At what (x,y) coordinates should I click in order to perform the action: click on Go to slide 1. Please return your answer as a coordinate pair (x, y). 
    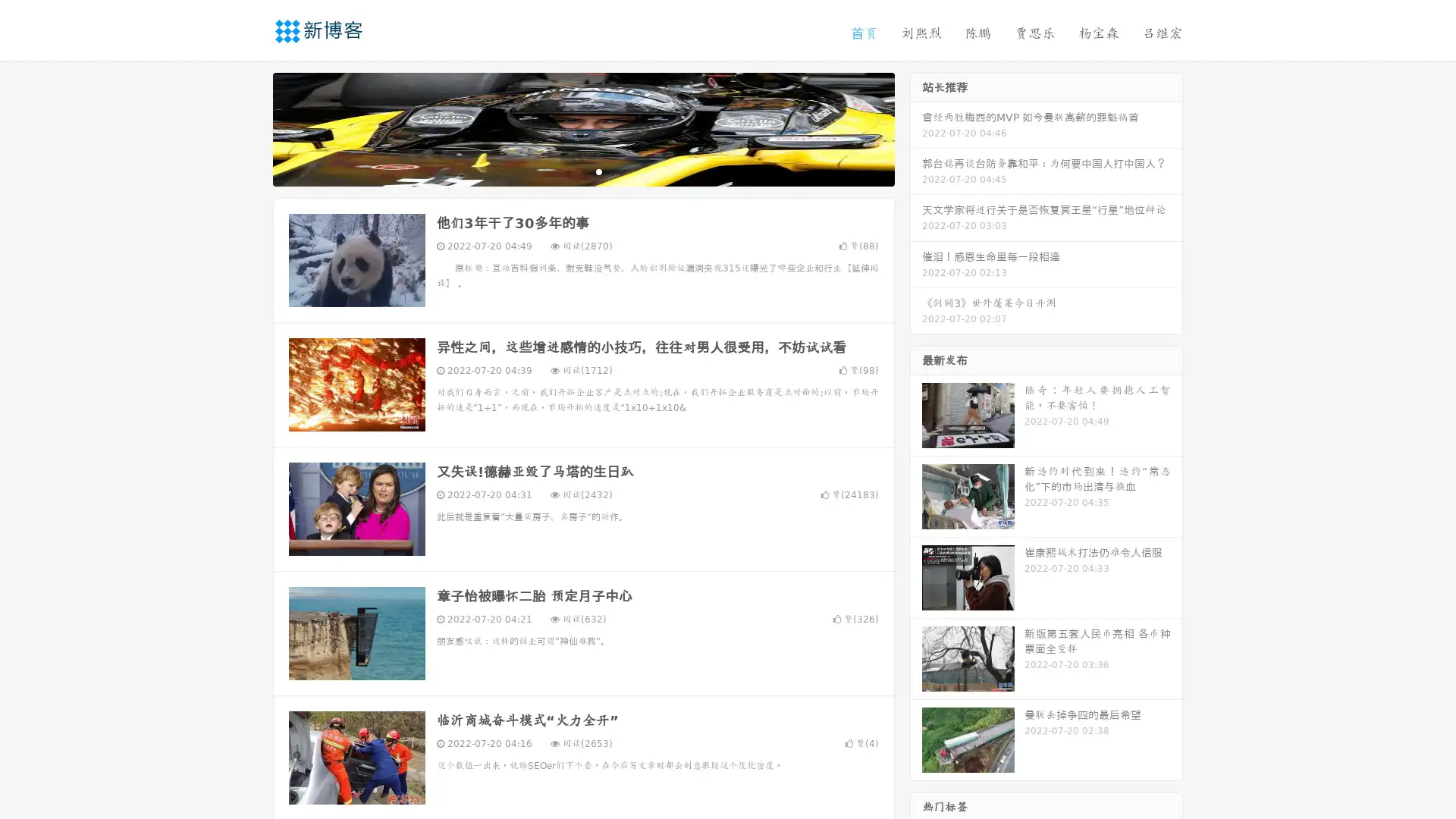
    Looking at the image, I should click on (567, 171).